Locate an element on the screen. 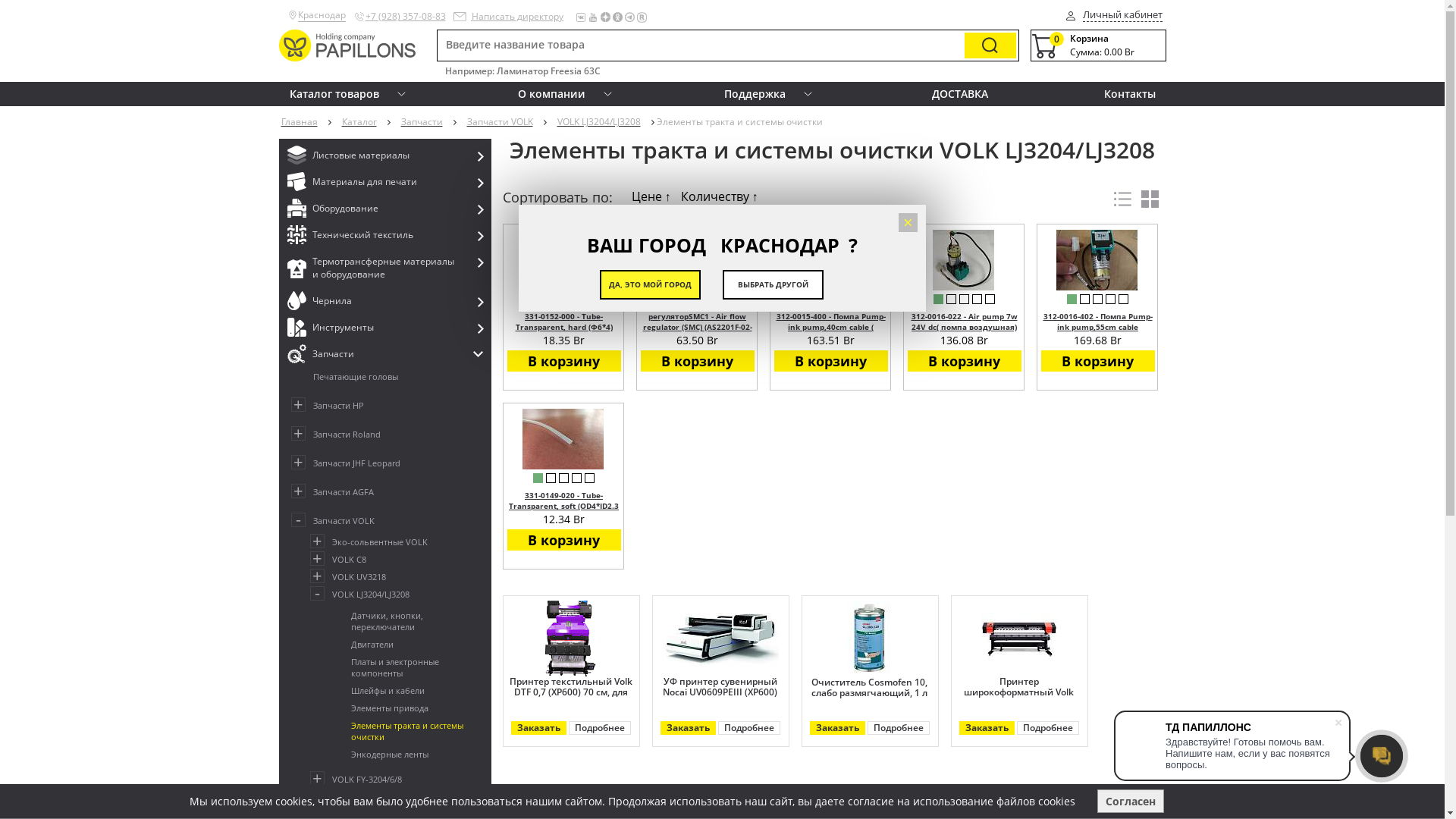 The image size is (1456, 819). '+7 (928) 357-08-83' is located at coordinates (405, 16).